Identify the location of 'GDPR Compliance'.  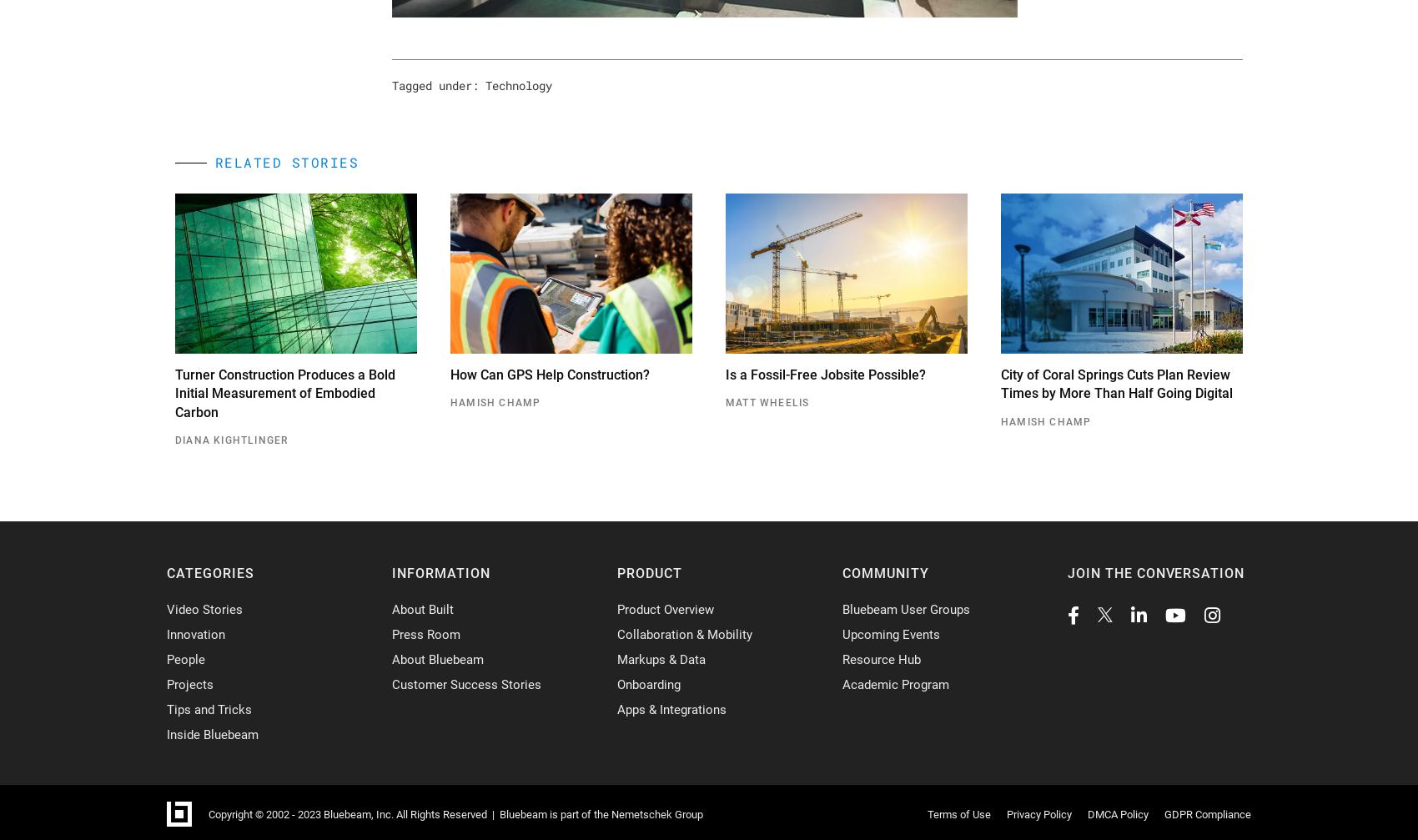
(1207, 812).